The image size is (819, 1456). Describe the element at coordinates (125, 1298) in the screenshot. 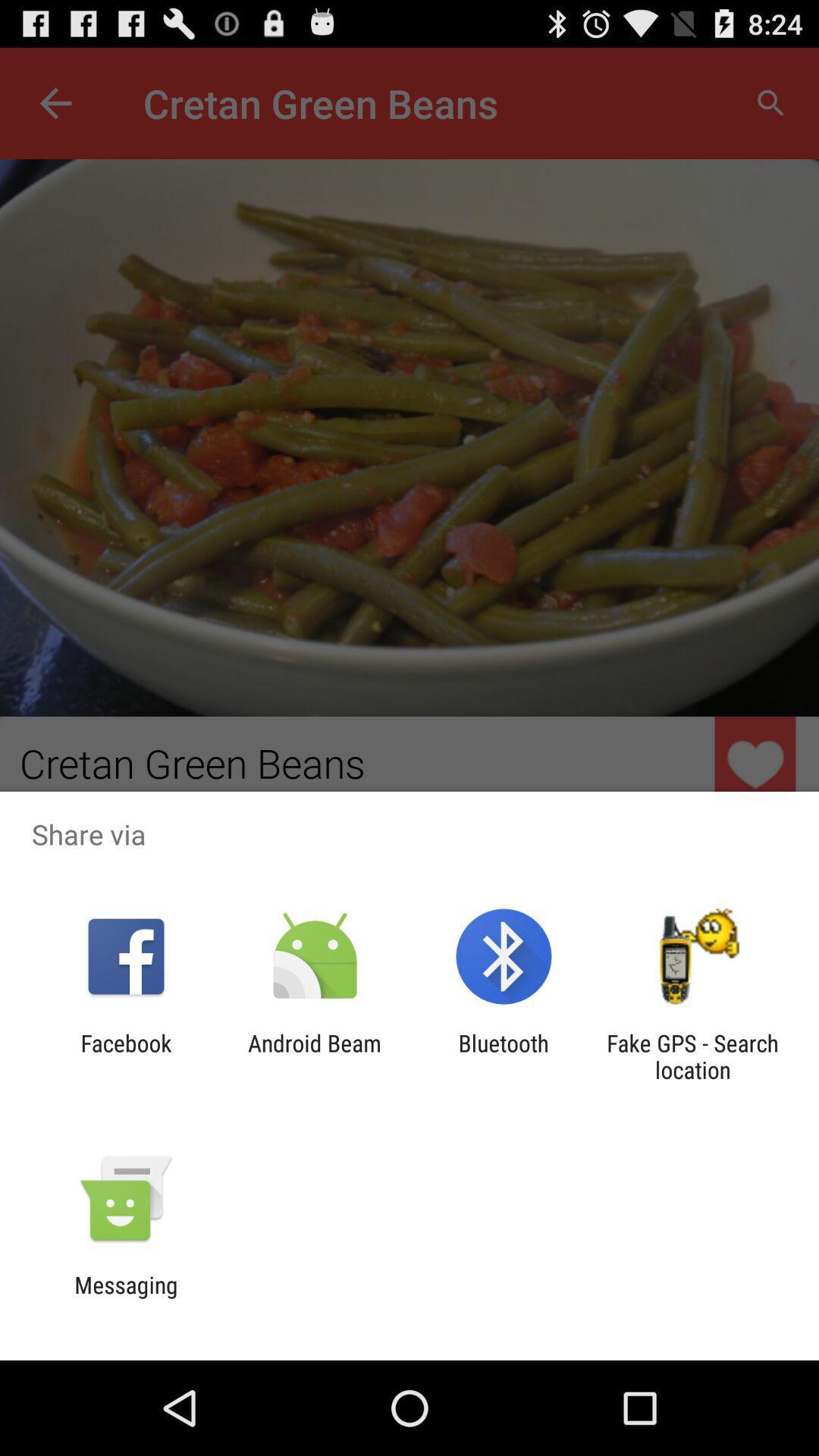

I see `the messaging` at that location.